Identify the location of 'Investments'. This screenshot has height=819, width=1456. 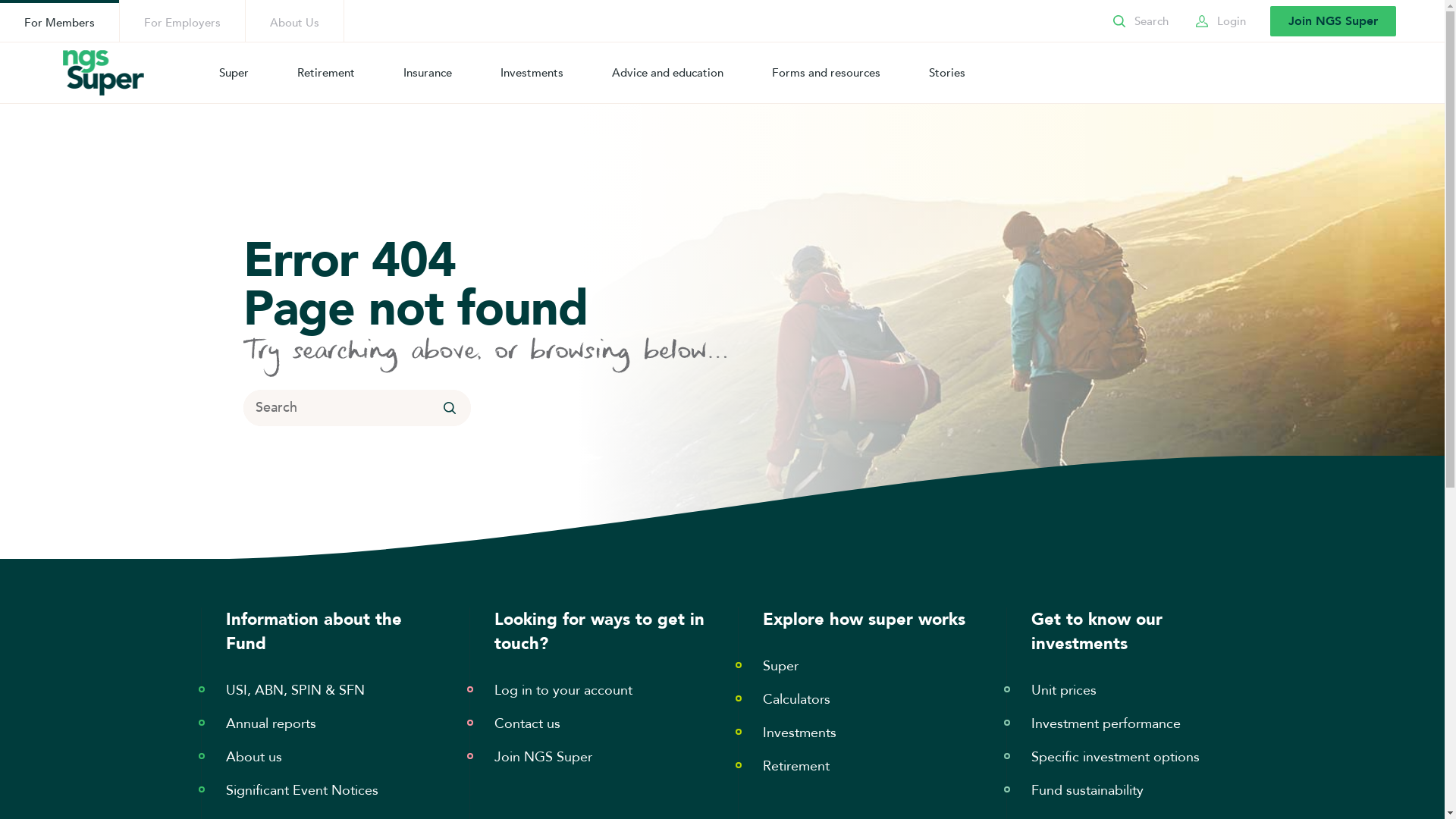
(799, 732).